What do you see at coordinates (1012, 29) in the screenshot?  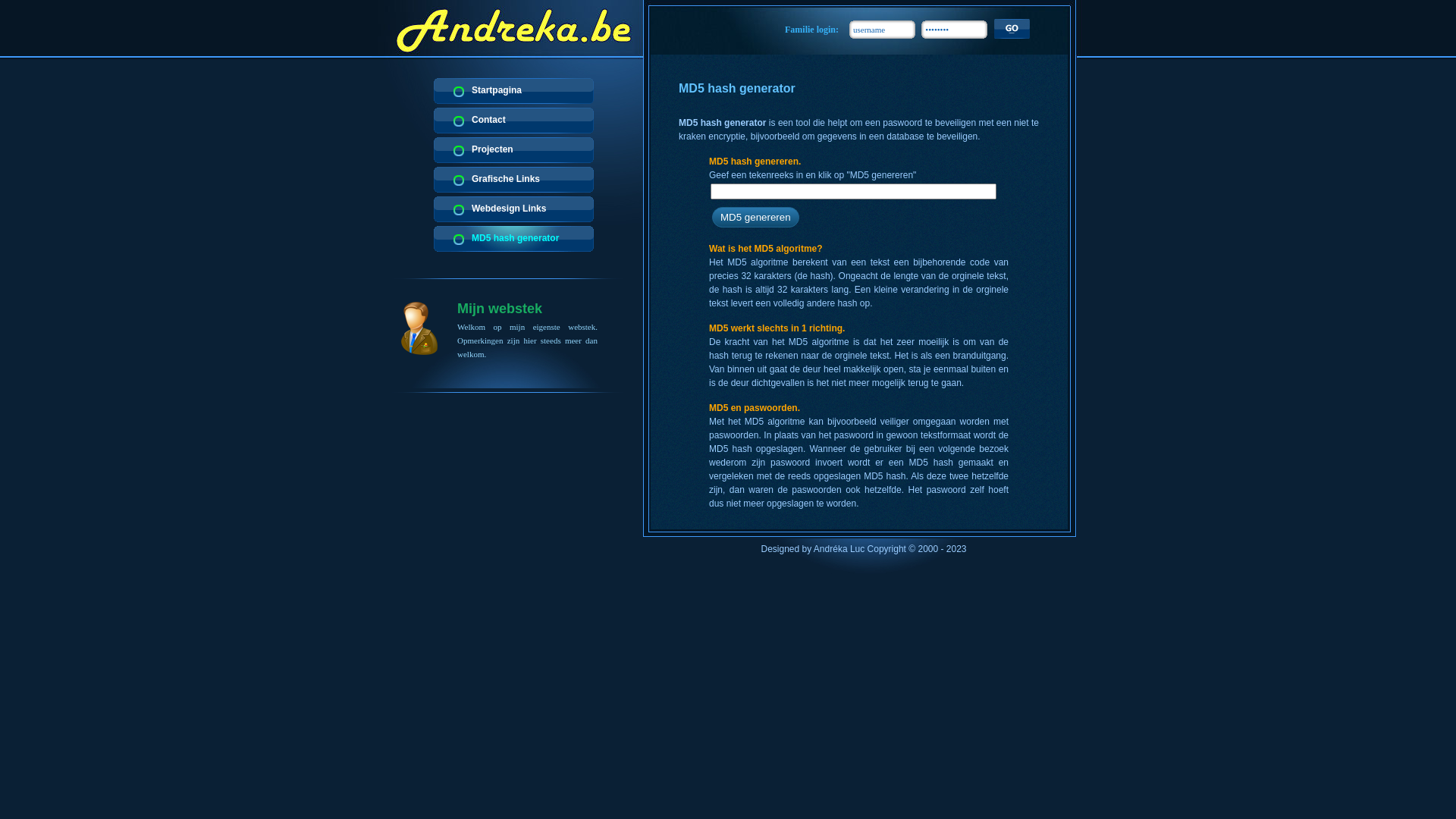 I see `'_'` at bounding box center [1012, 29].